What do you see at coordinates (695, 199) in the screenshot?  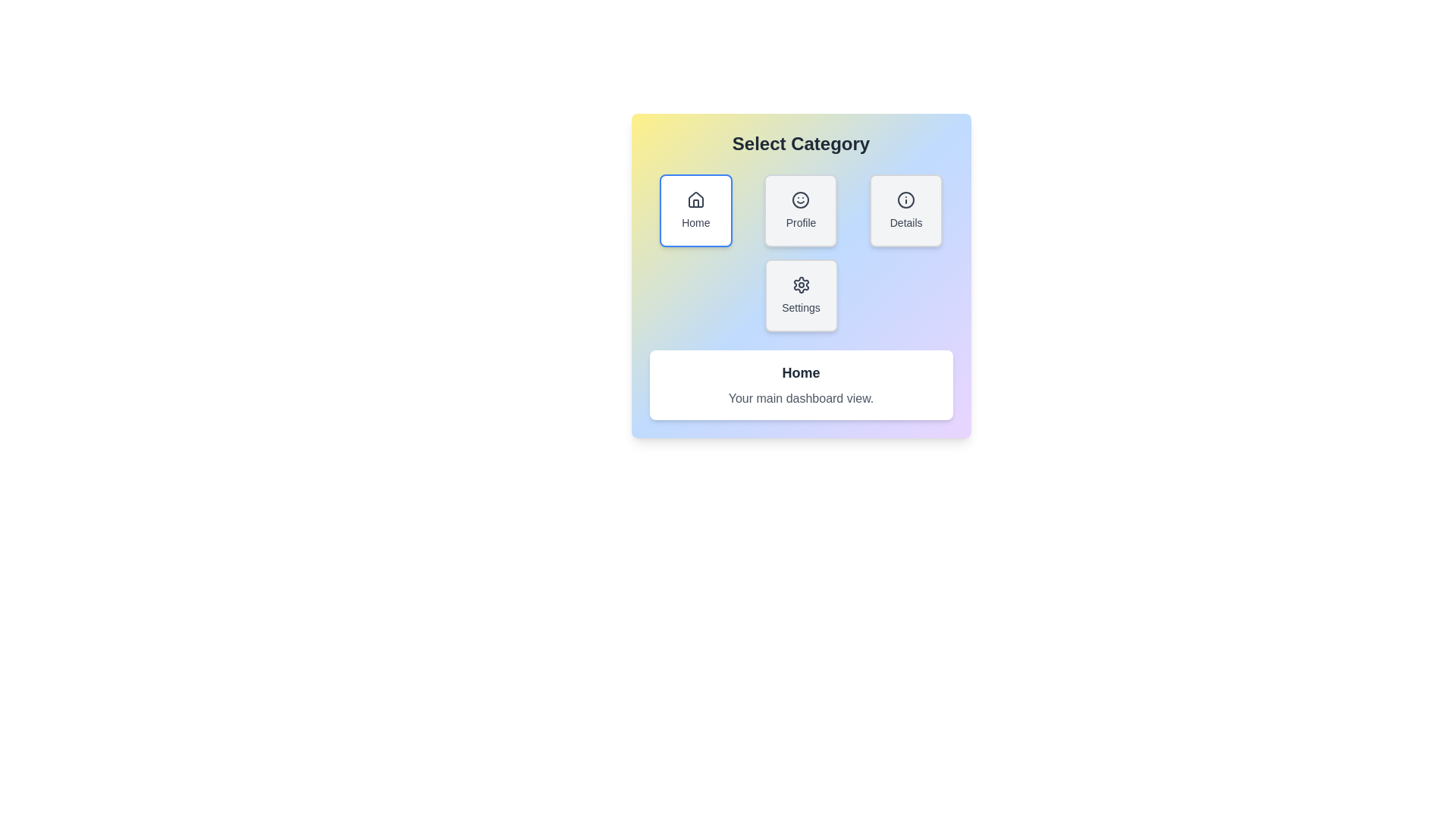 I see `the 'Home' icon` at bounding box center [695, 199].